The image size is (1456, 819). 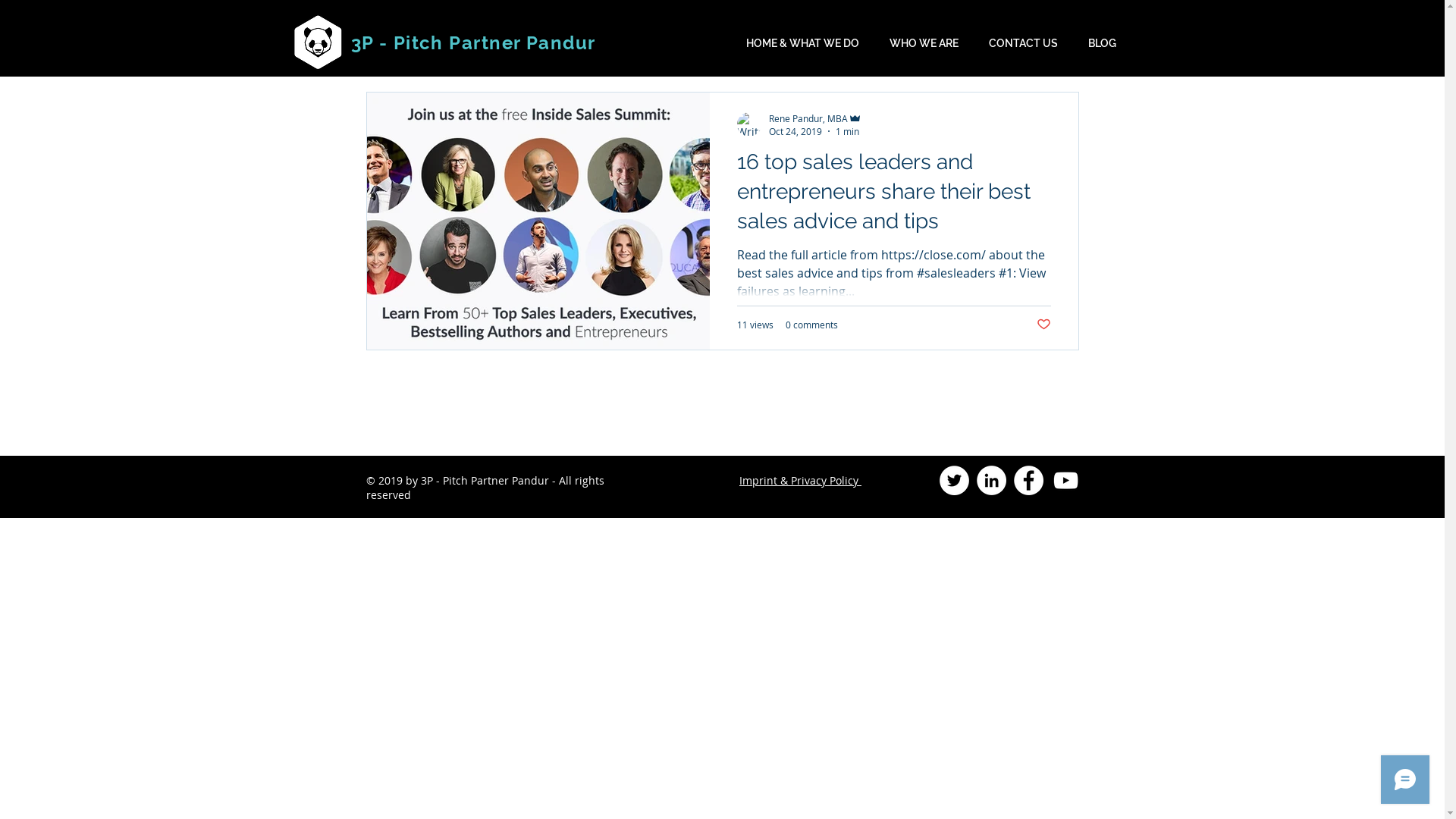 I want to click on 'HOME & WHAT WE DO', so click(x=802, y=42).